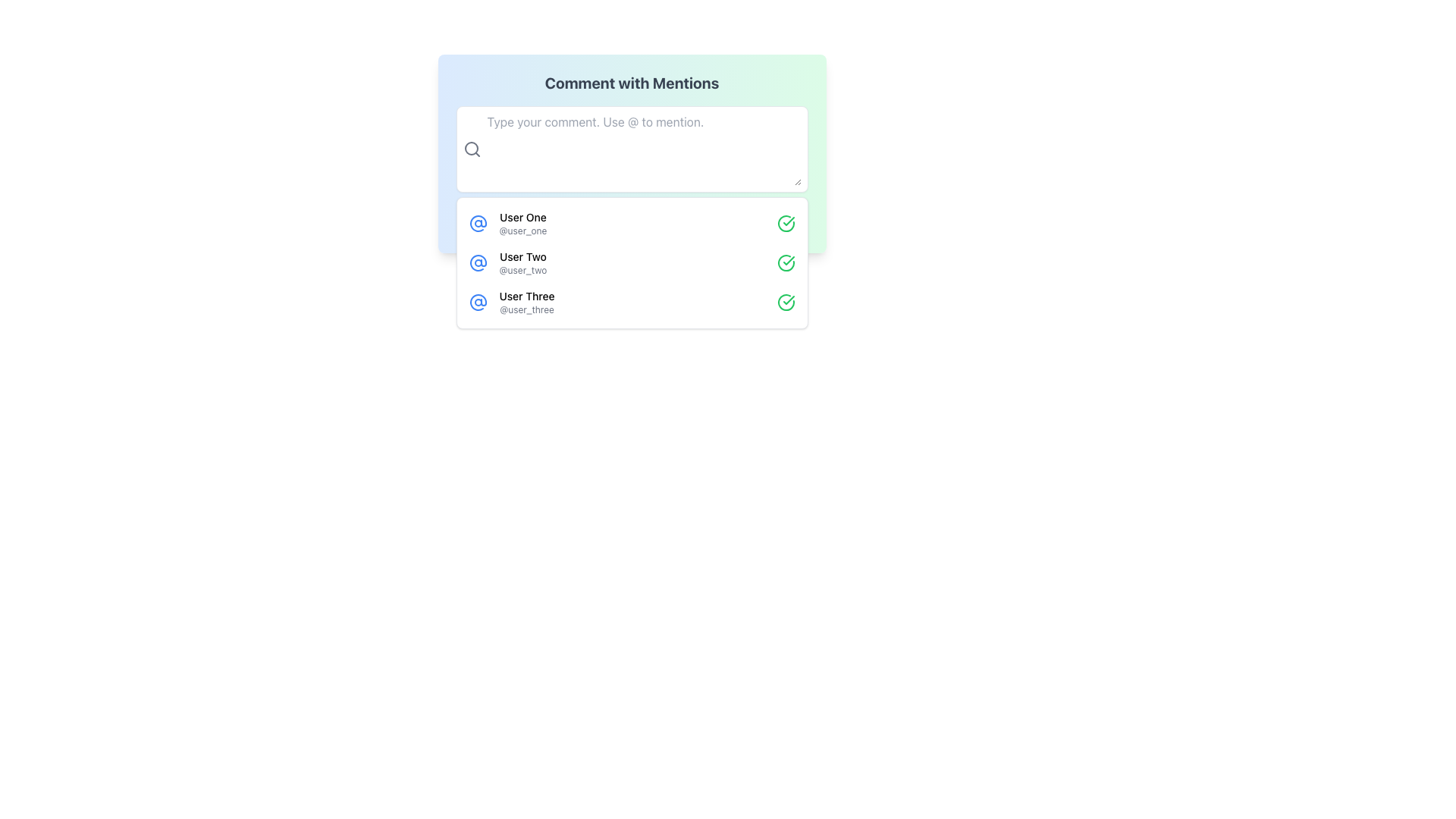 This screenshot has width=1456, height=819. I want to click on the Selectable List Item displaying the user's profile name 'User Two' and handle '@user_two', so click(522, 262).